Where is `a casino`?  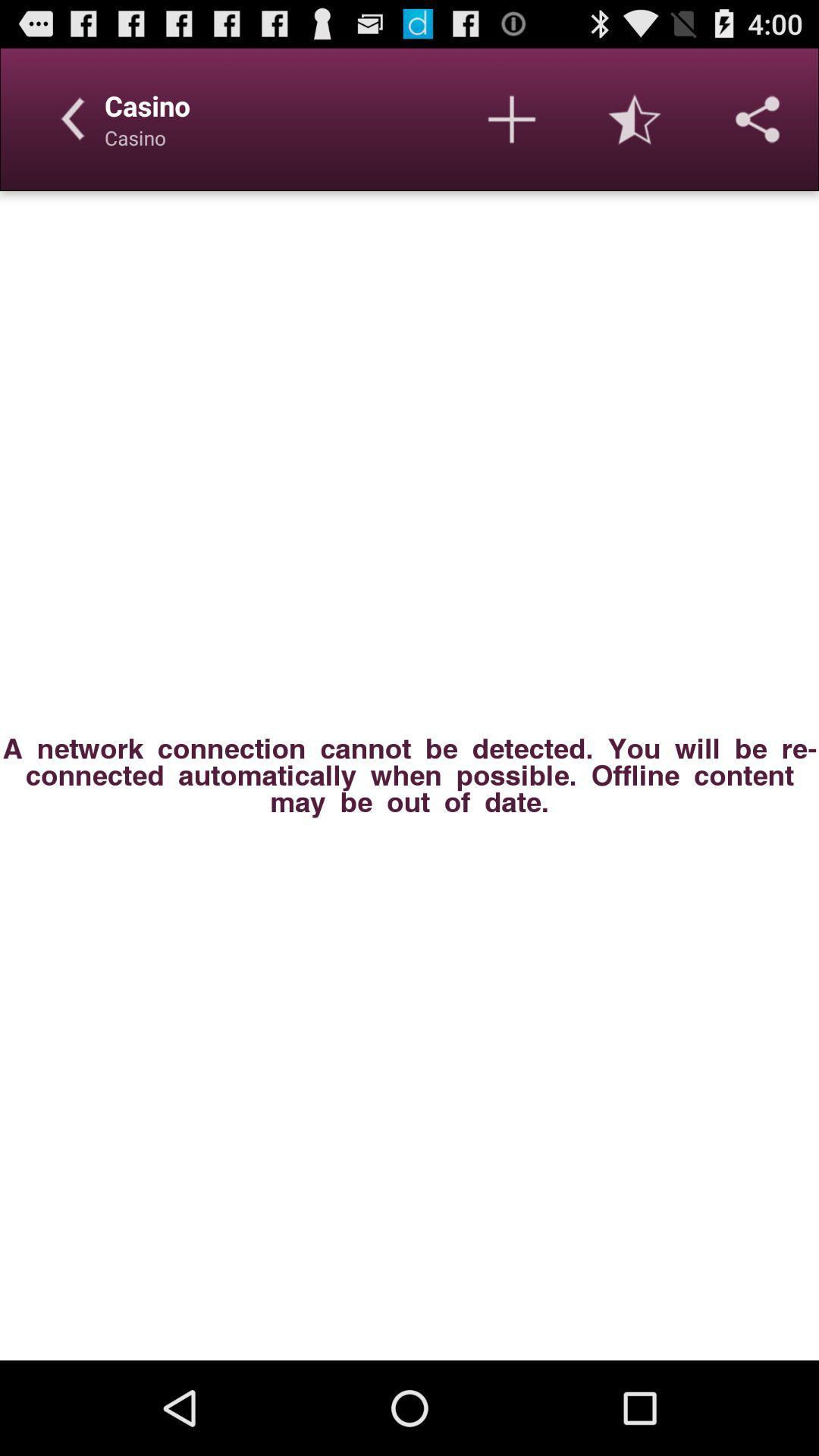
a casino is located at coordinates (512, 118).